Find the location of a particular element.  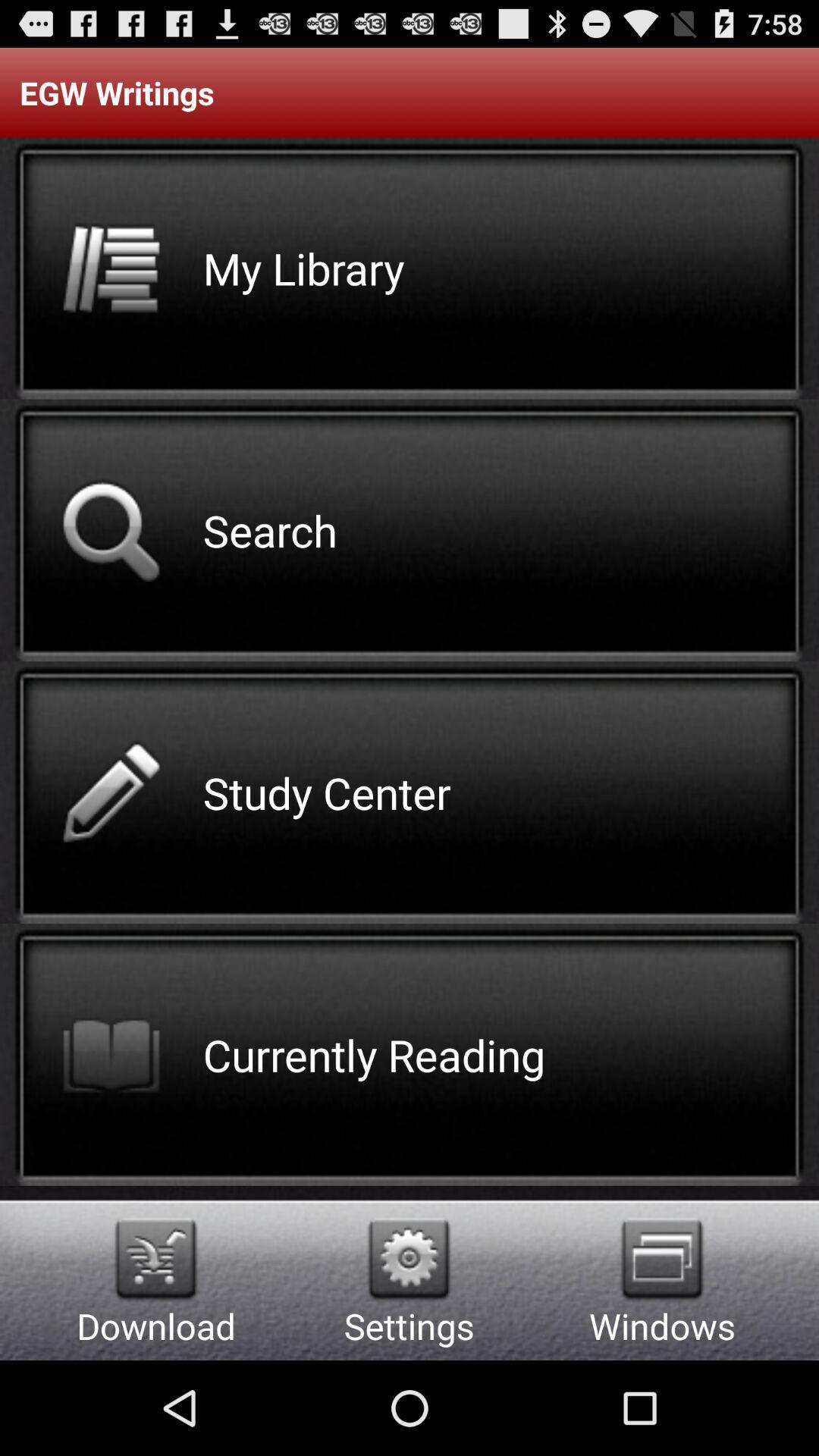

the settings icon is located at coordinates (408, 1347).